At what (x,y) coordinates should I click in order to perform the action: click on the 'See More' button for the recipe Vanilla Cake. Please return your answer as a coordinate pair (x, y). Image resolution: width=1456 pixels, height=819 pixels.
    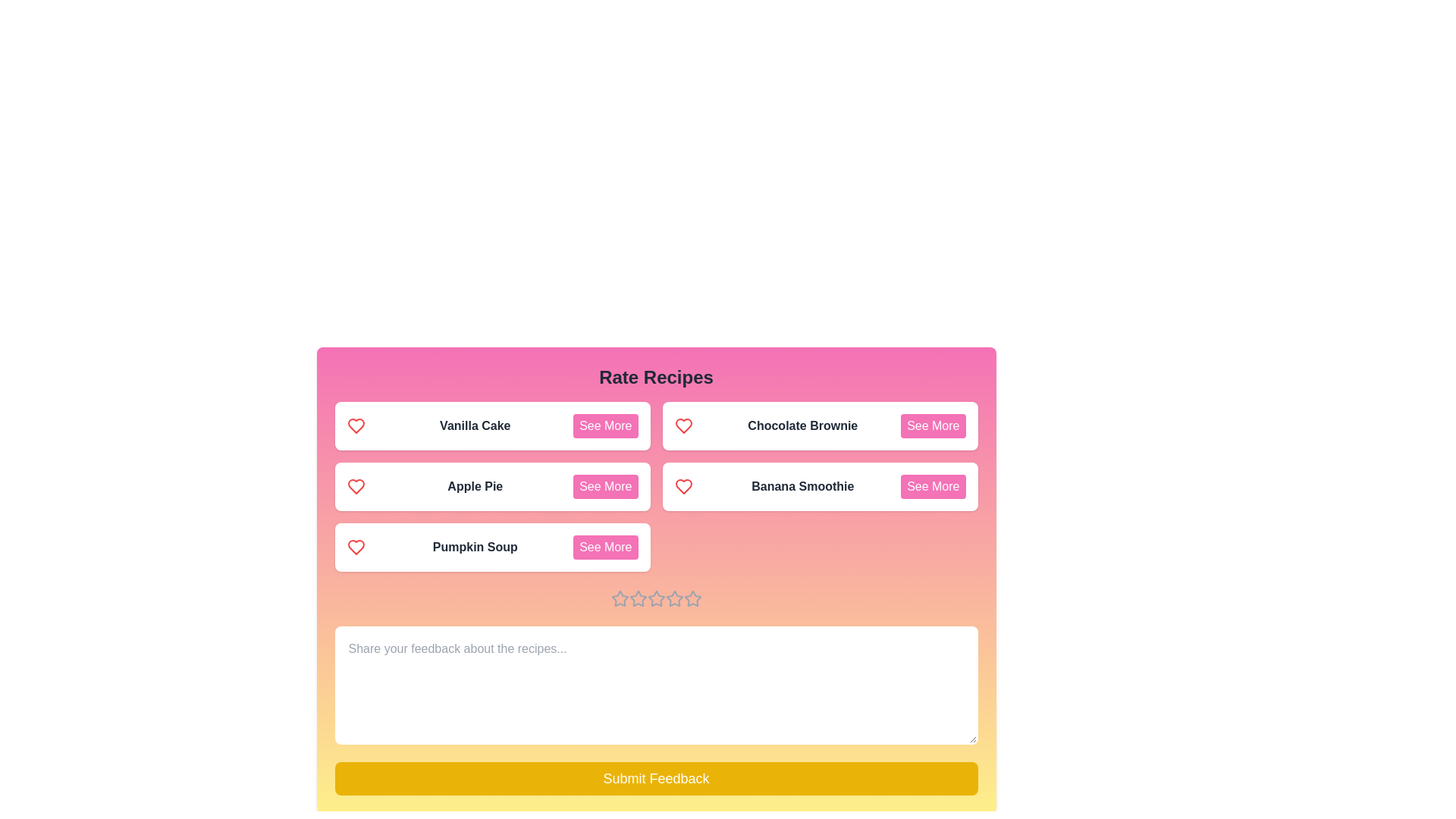
    Looking at the image, I should click on (604, 426).